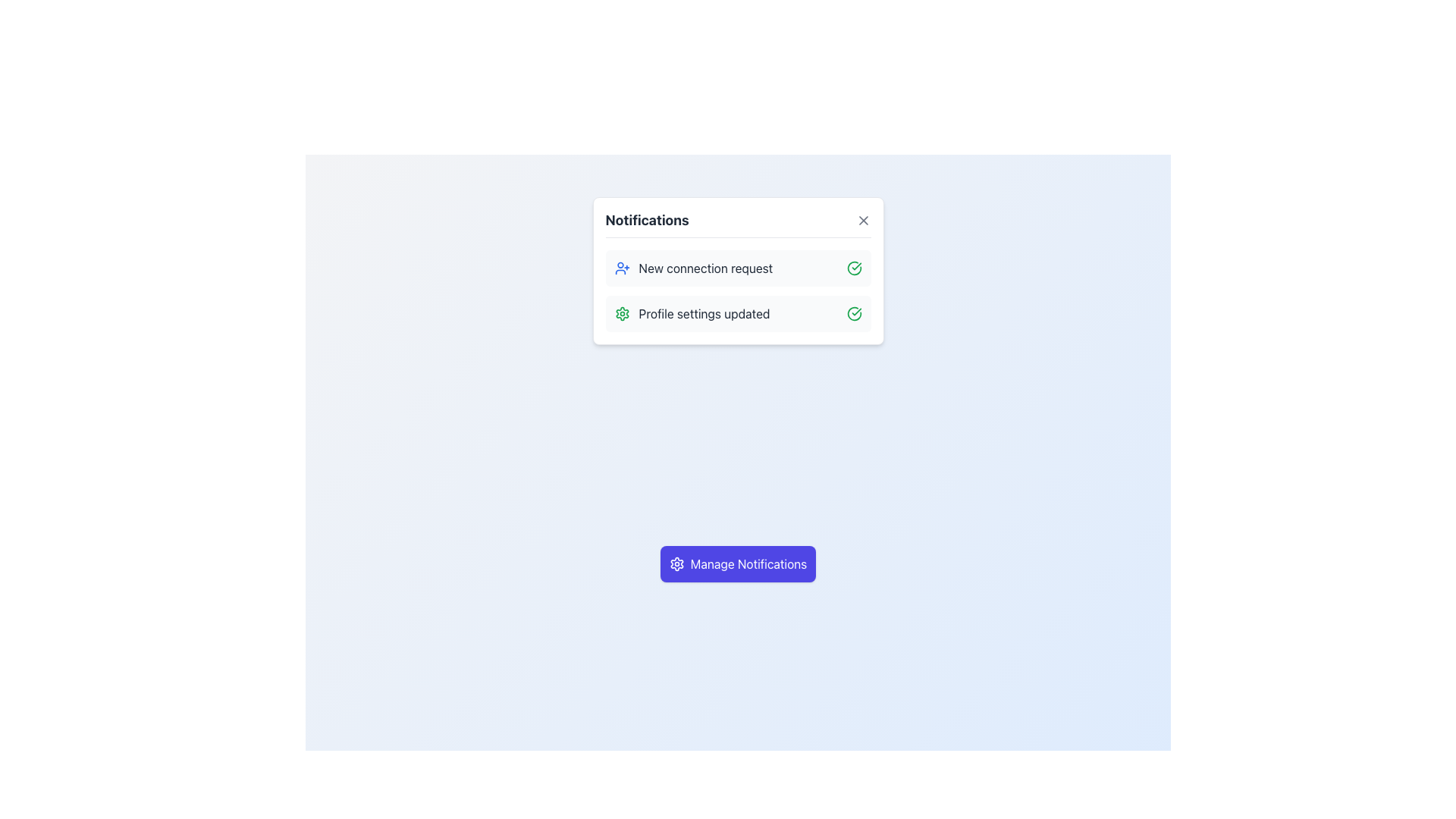 The width and height of the screenshot is (1456, 819). What do you see at coordinates (622, 312) in the screenshot?
I see `the green gear-shaped icon in the 'Profile settings updated' notification` at bounding box center [622, 312].